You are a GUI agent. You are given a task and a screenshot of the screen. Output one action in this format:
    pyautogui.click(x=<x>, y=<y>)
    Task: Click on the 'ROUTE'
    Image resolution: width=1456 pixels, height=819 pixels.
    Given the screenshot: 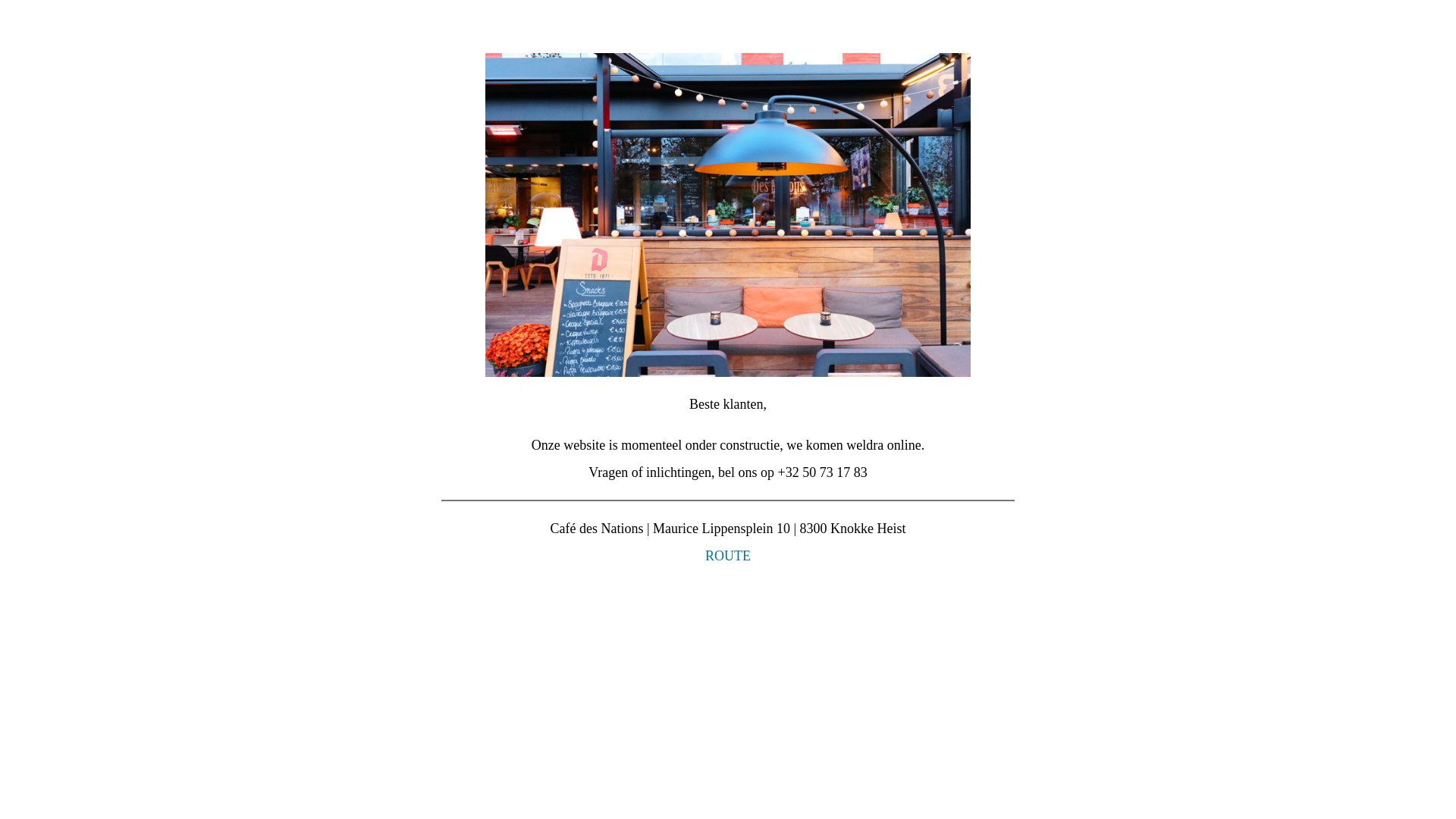 What is the action you would take?
    pyautogui.click(x=728, y=555)
    